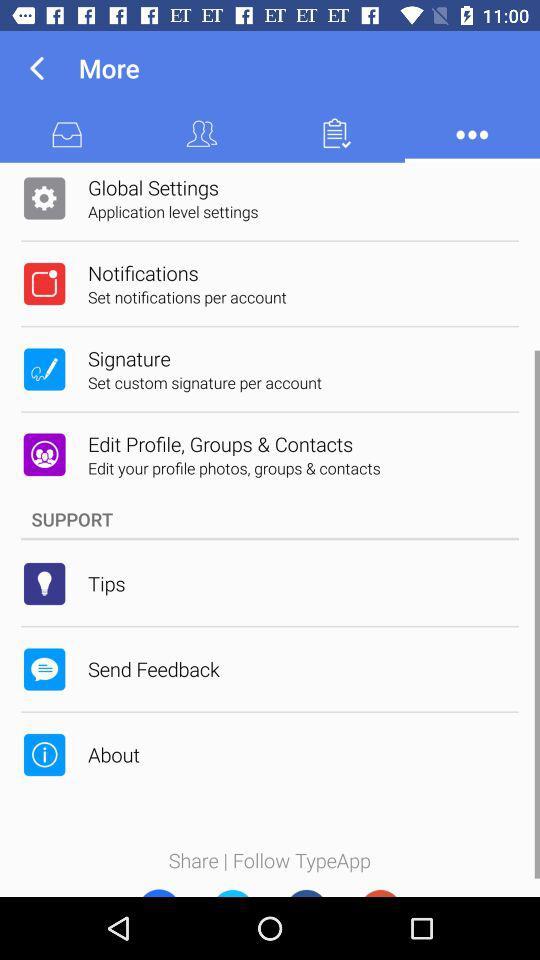 The width and height of the screenshot is (540, 960). I want to click on the tips icon, so click(106, 583).